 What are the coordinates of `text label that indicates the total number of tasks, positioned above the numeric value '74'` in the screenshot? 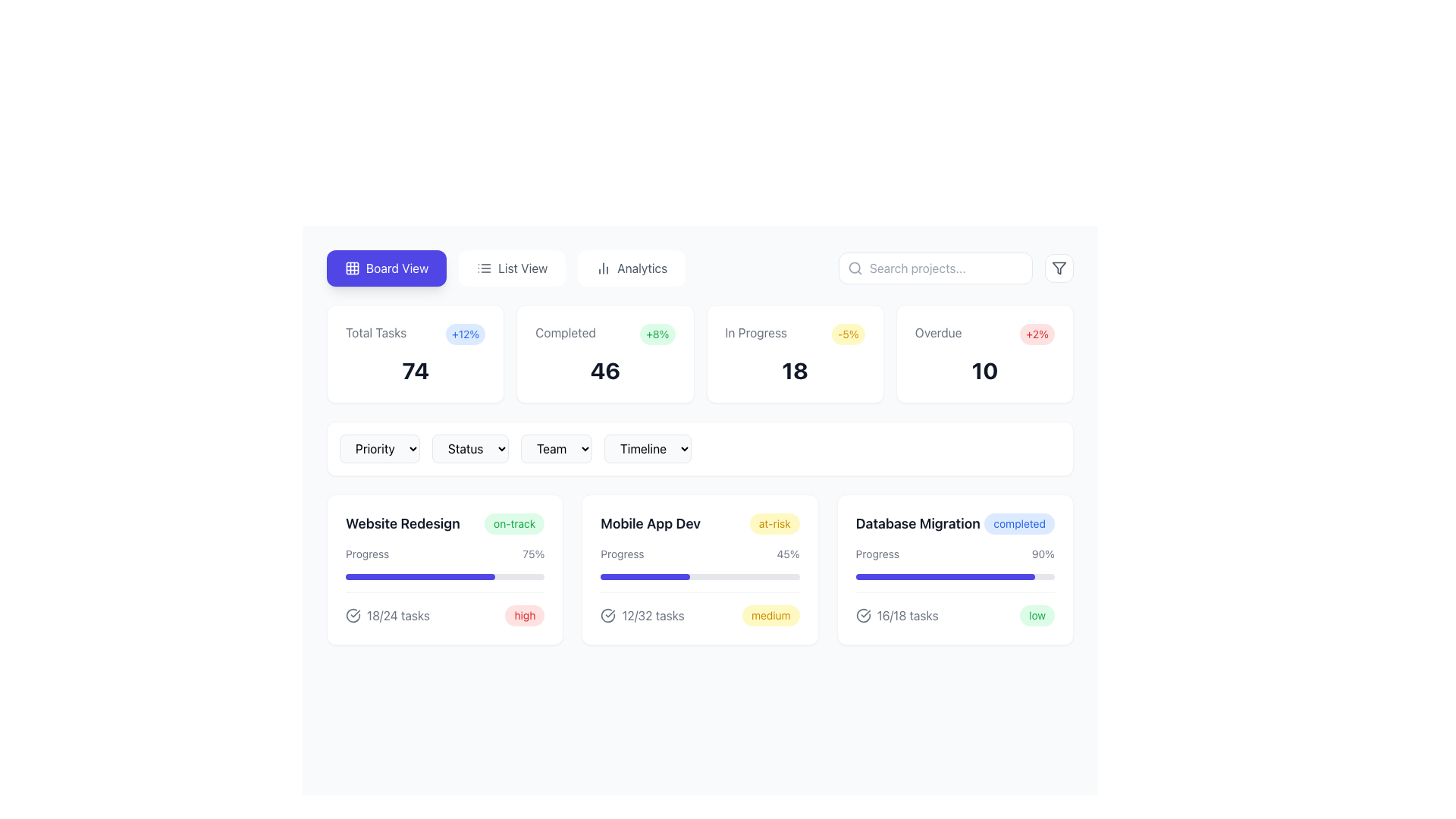 It's located at (376, 332).